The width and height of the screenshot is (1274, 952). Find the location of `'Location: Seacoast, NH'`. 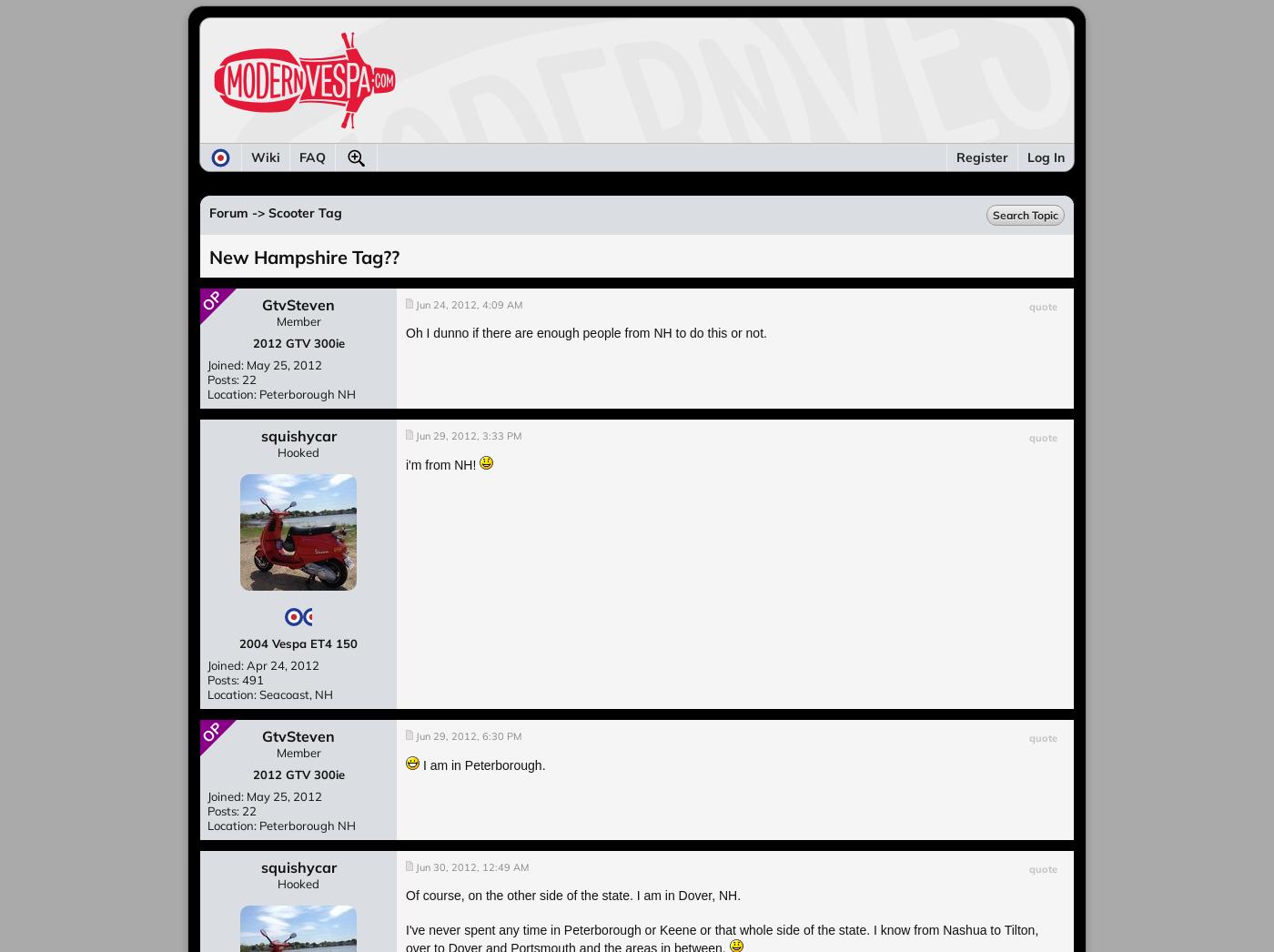

'Location: Seacoast, NH' is located at coordinates (269, 693).